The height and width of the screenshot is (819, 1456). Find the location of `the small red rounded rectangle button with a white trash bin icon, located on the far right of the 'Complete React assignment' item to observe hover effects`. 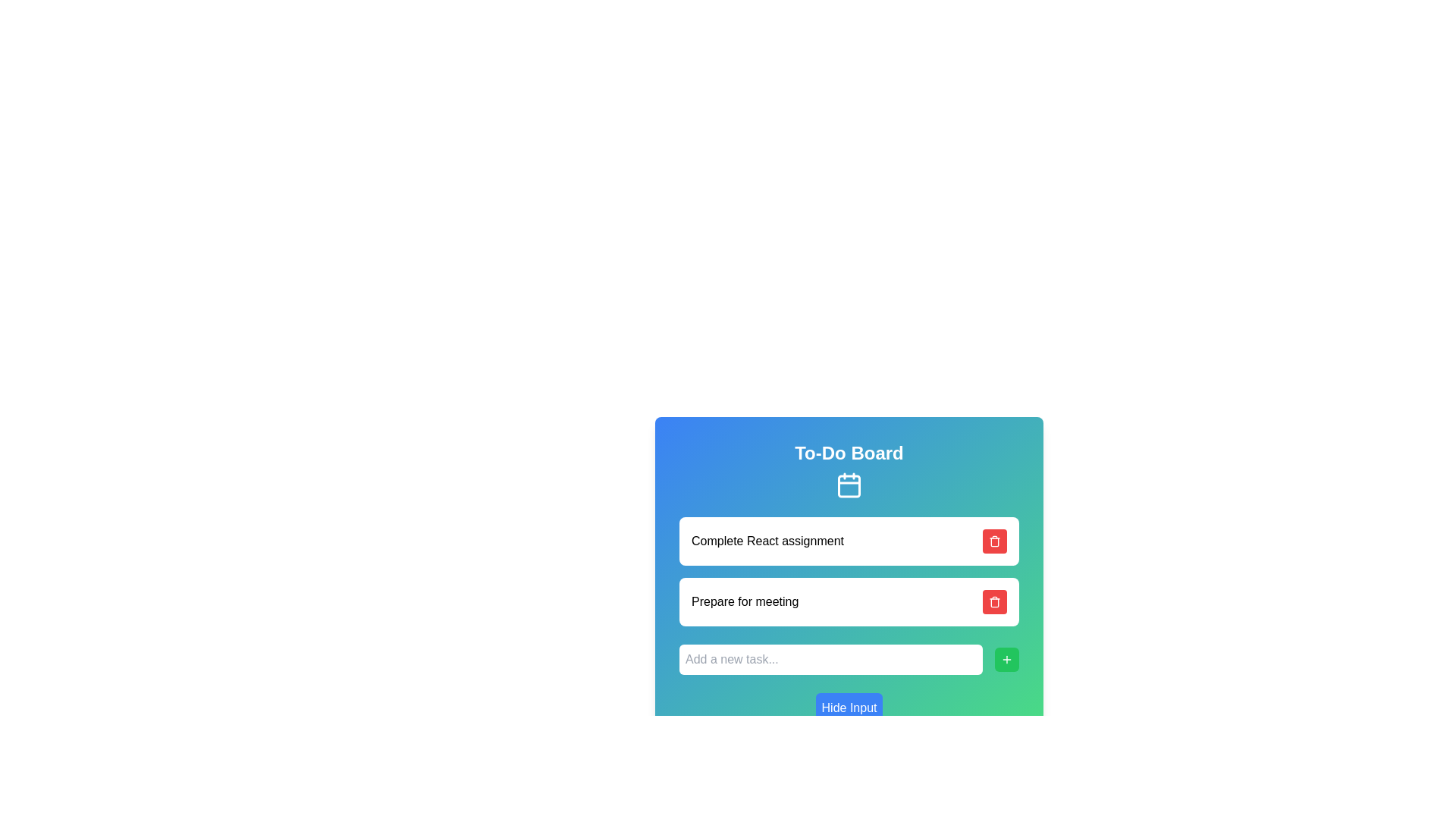

the small red rounded rectangle button with a white trash bin icon, located on the far right of the 'Complete React assignment' item to observe hover effects is located at coordinates (994, 540).